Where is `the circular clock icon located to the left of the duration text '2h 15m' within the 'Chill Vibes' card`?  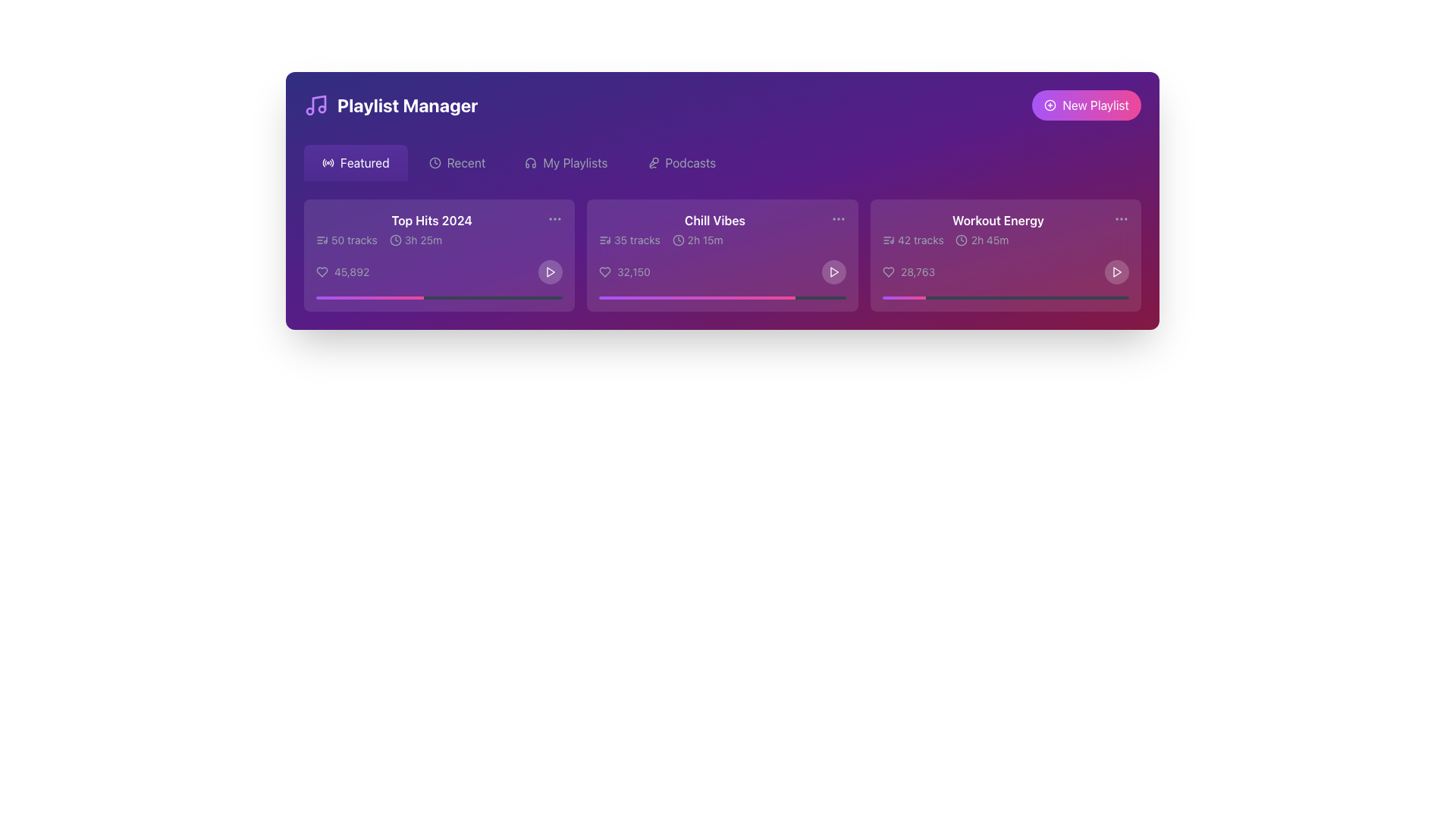
the circular clock icon located to the left of the duration text '2h 15m' within the 'Chill Vibes' card is located at coordinates (677, 239).